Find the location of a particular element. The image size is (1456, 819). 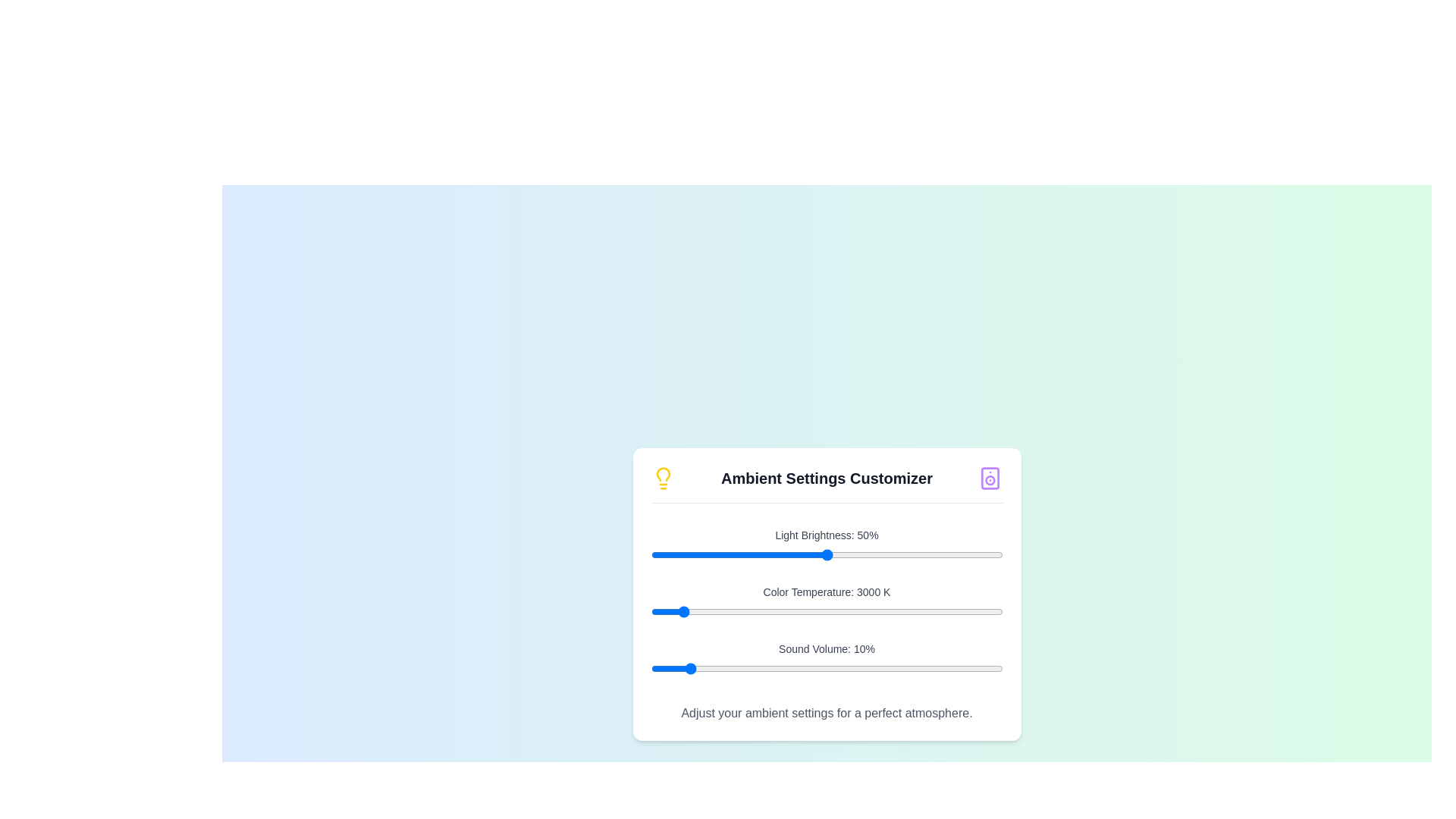

the light brightness is located at coordinates (893, 555).